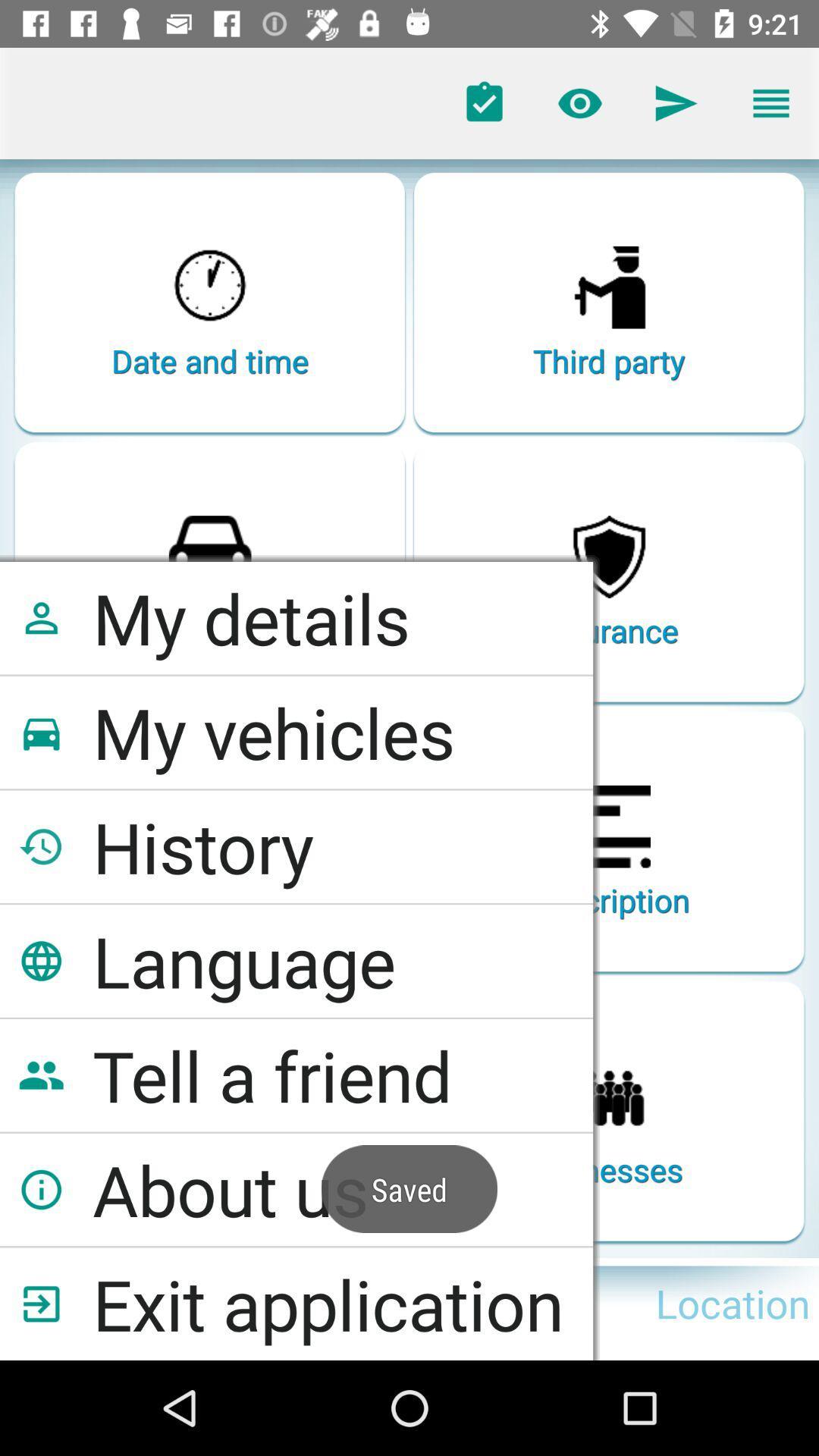  I want to click on the view button on page, so click(579, 103).